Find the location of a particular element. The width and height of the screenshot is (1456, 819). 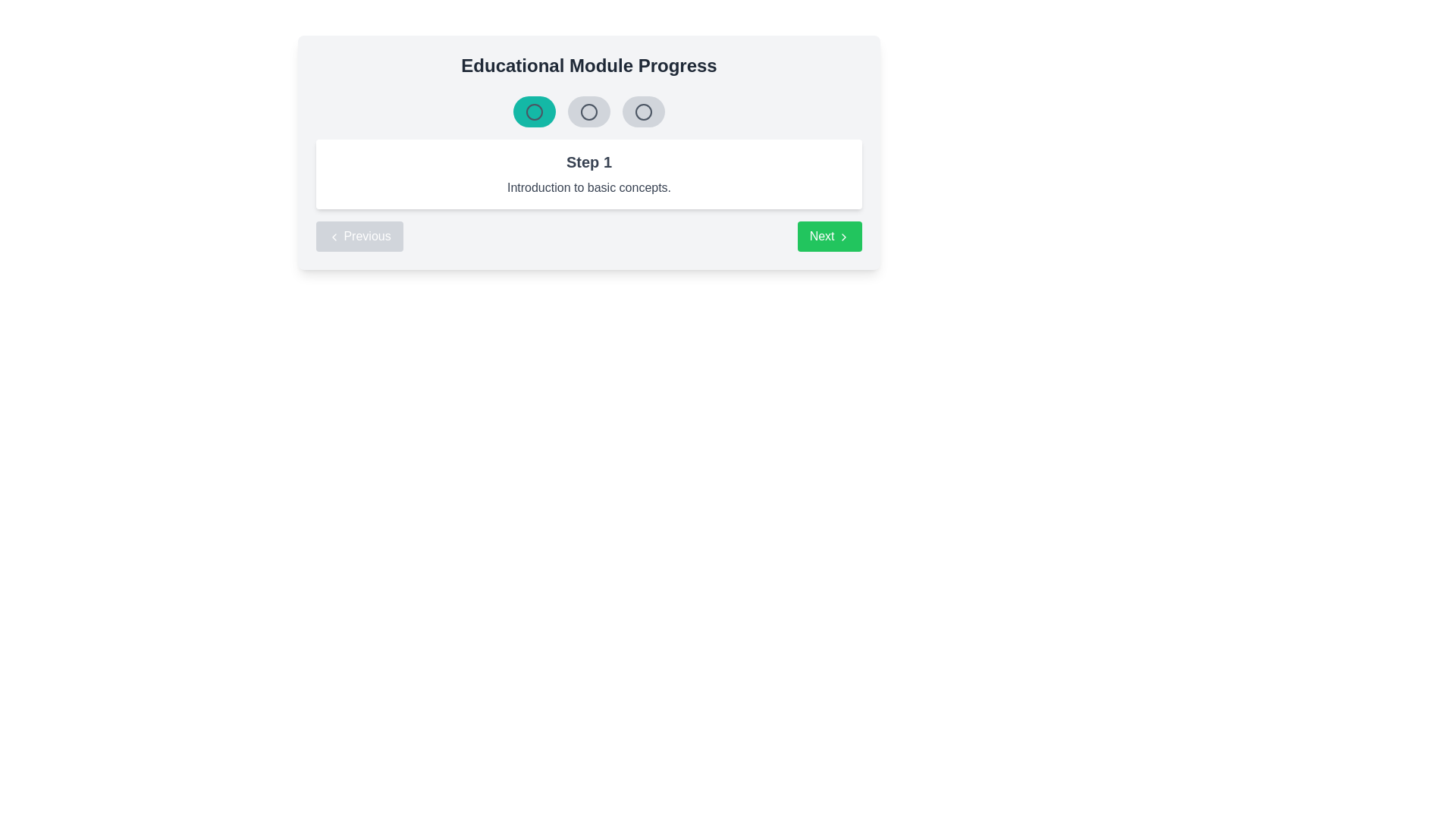

the leftmost navigation button that allows users to go back to the previous step in the educational module interface through keyboard navigation is located at coordinates (359, 236).